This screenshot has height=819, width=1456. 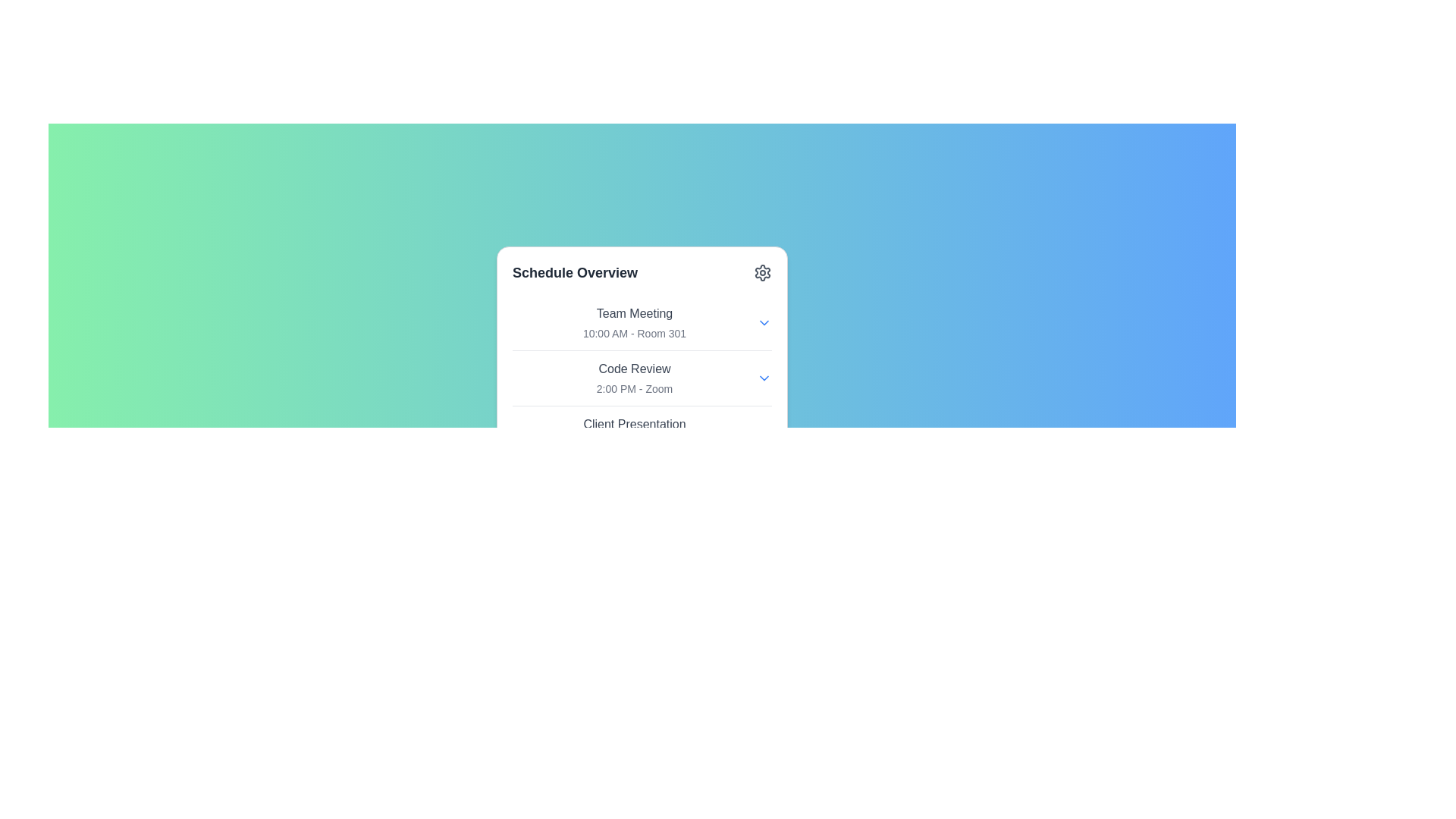 I want to click on the small gear icon indicative of settings options located at the top-right corner of the 'Schedule Overview' box to change its color, so click(x=763, y=271).